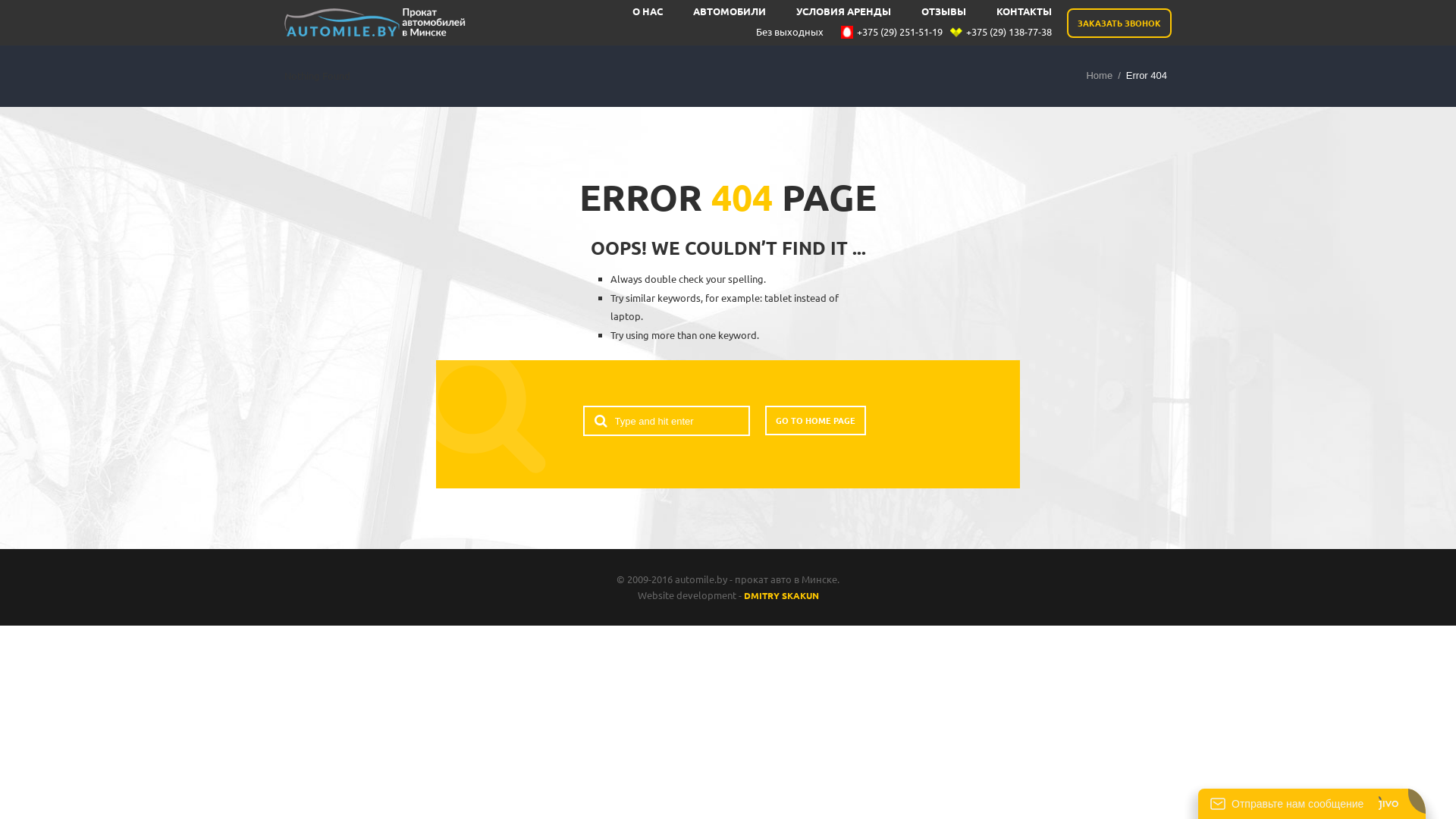 The width and height of the screenshot is (1456, 819). Describe the element at coordinates (1099, 75) in the screenshot. I see `'Home'` at that location.